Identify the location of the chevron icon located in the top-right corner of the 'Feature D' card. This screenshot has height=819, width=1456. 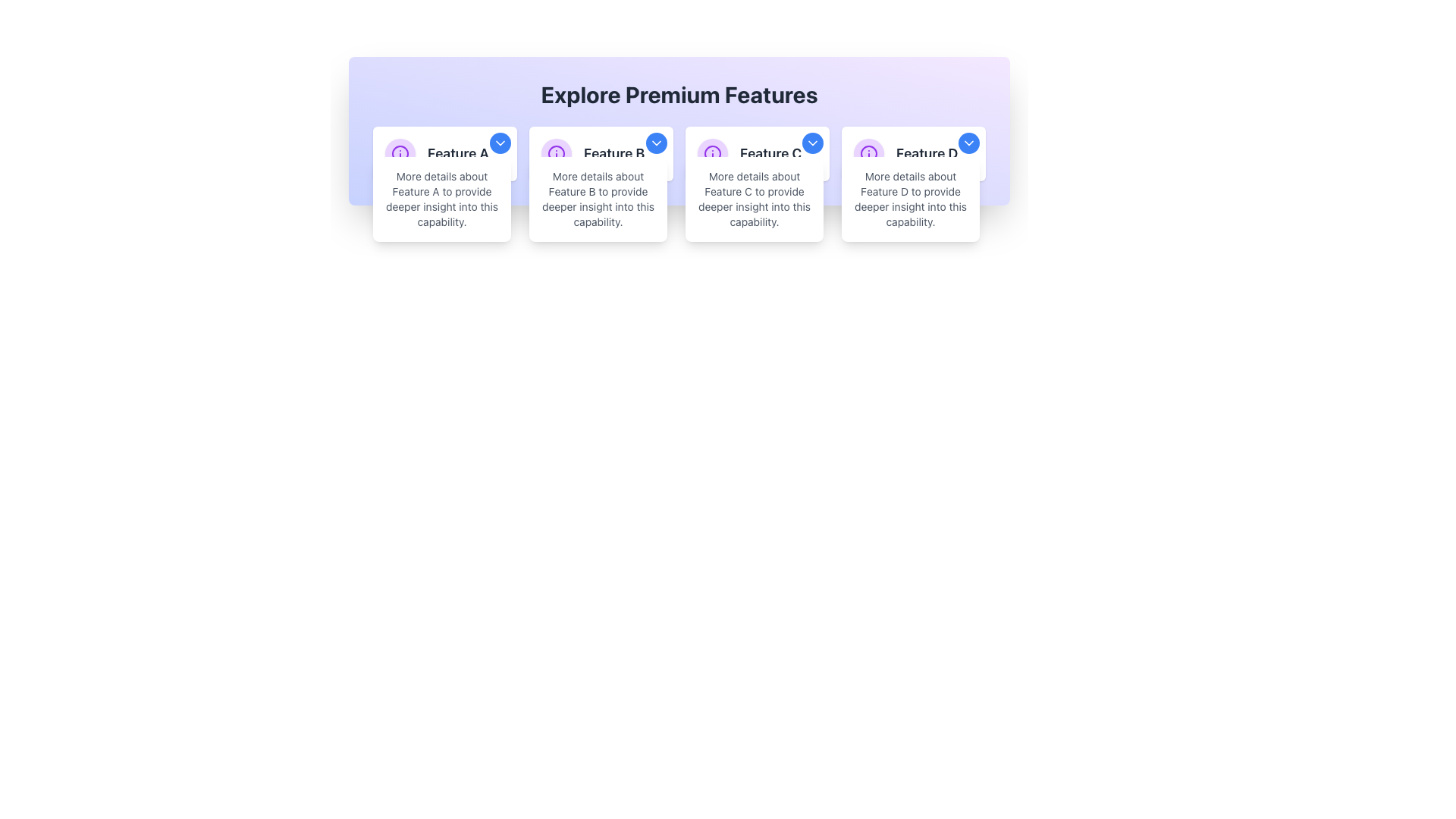
(968, 143).